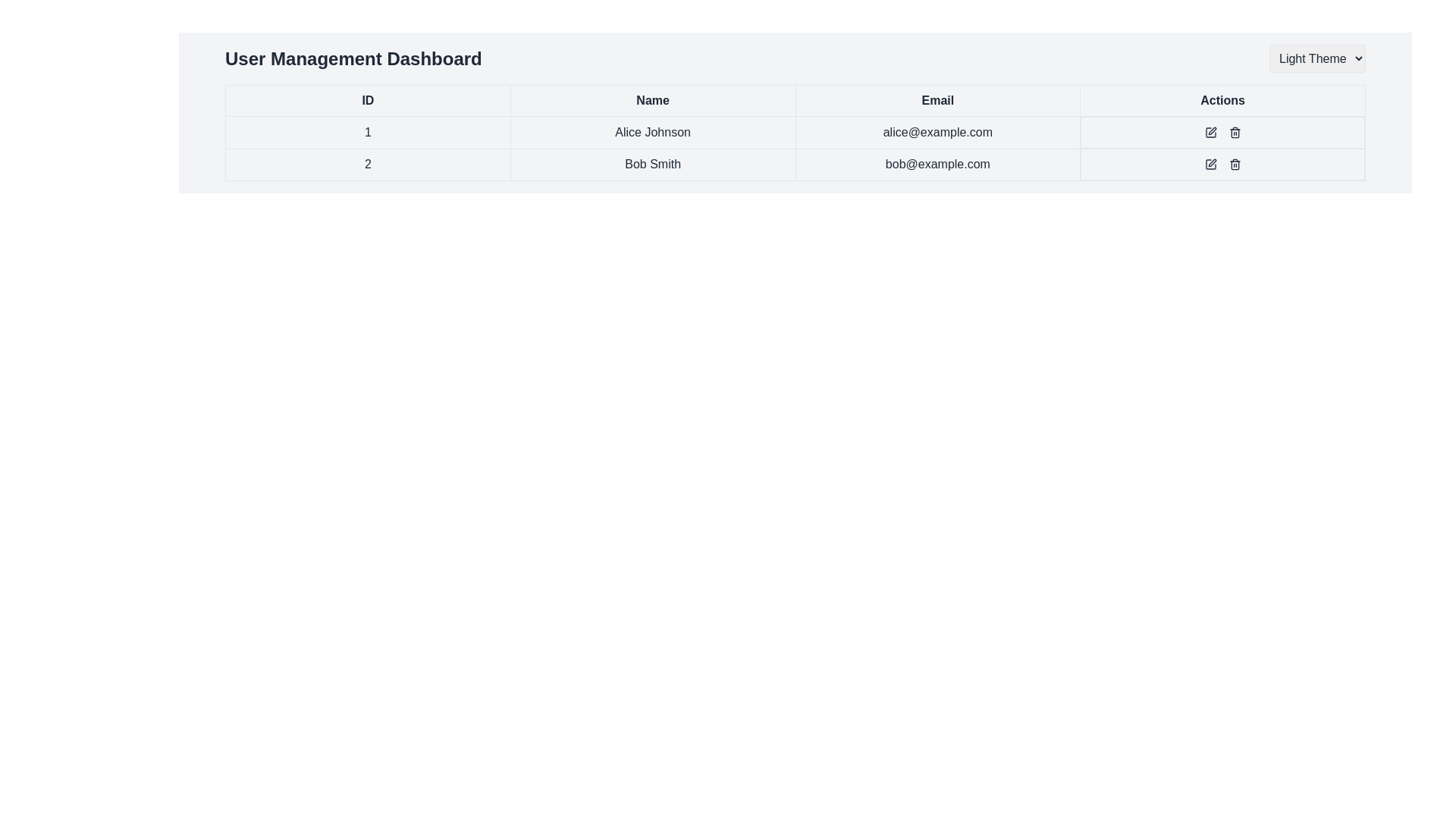  What do you see at coordinates (653, 131) in the screenshot?
I see `the text label displaying the name 'Alice Johnson', which is styled with a border and padding within its table cell, located in the 'Name' column` at bounding box center [653, 131].